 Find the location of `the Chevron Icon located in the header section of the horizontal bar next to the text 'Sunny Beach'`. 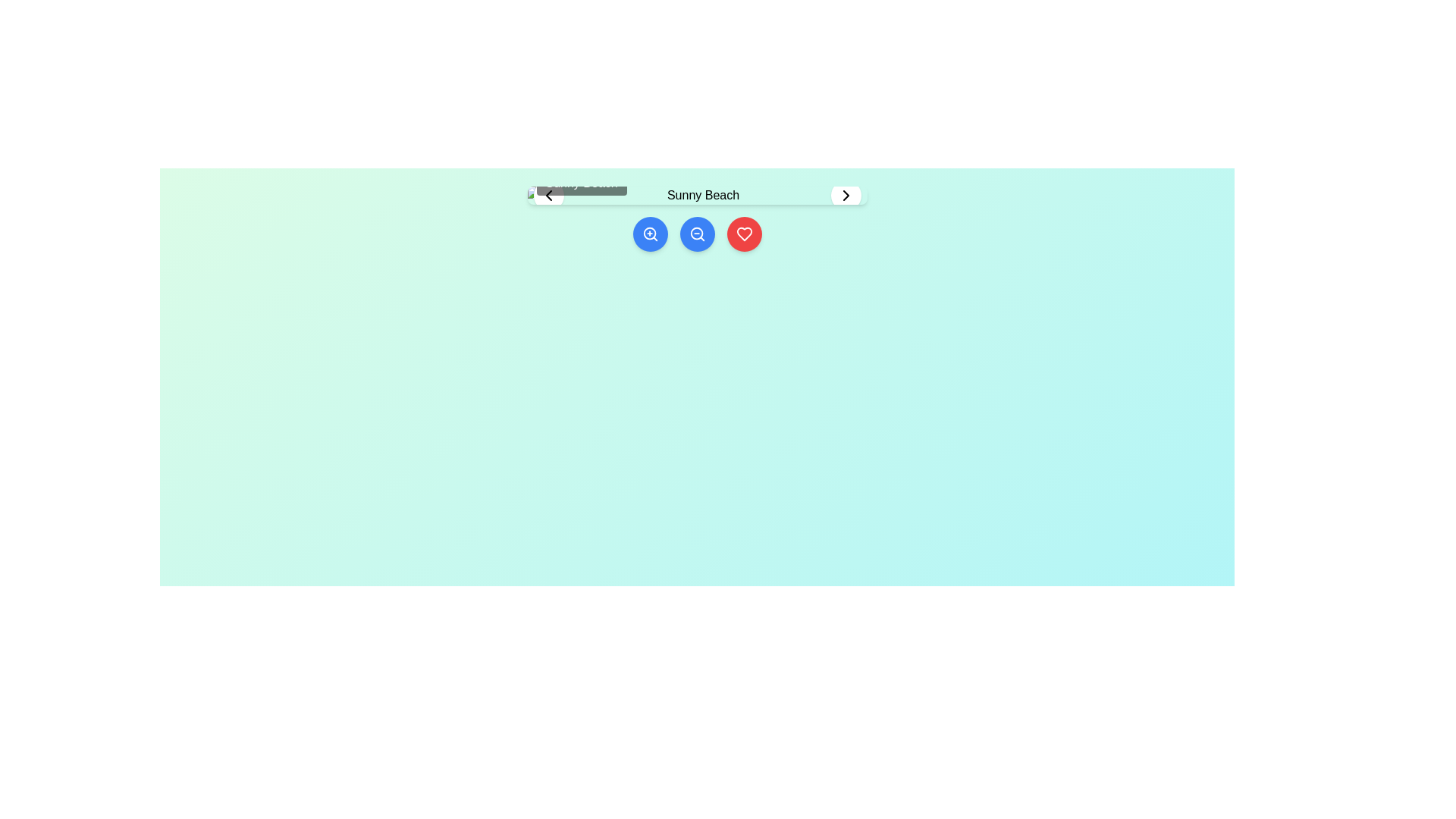

the Chevron Icon located in the header section of the horizontal bar next to the text 'Sunny Beach' is located at coordinates (548, 195).